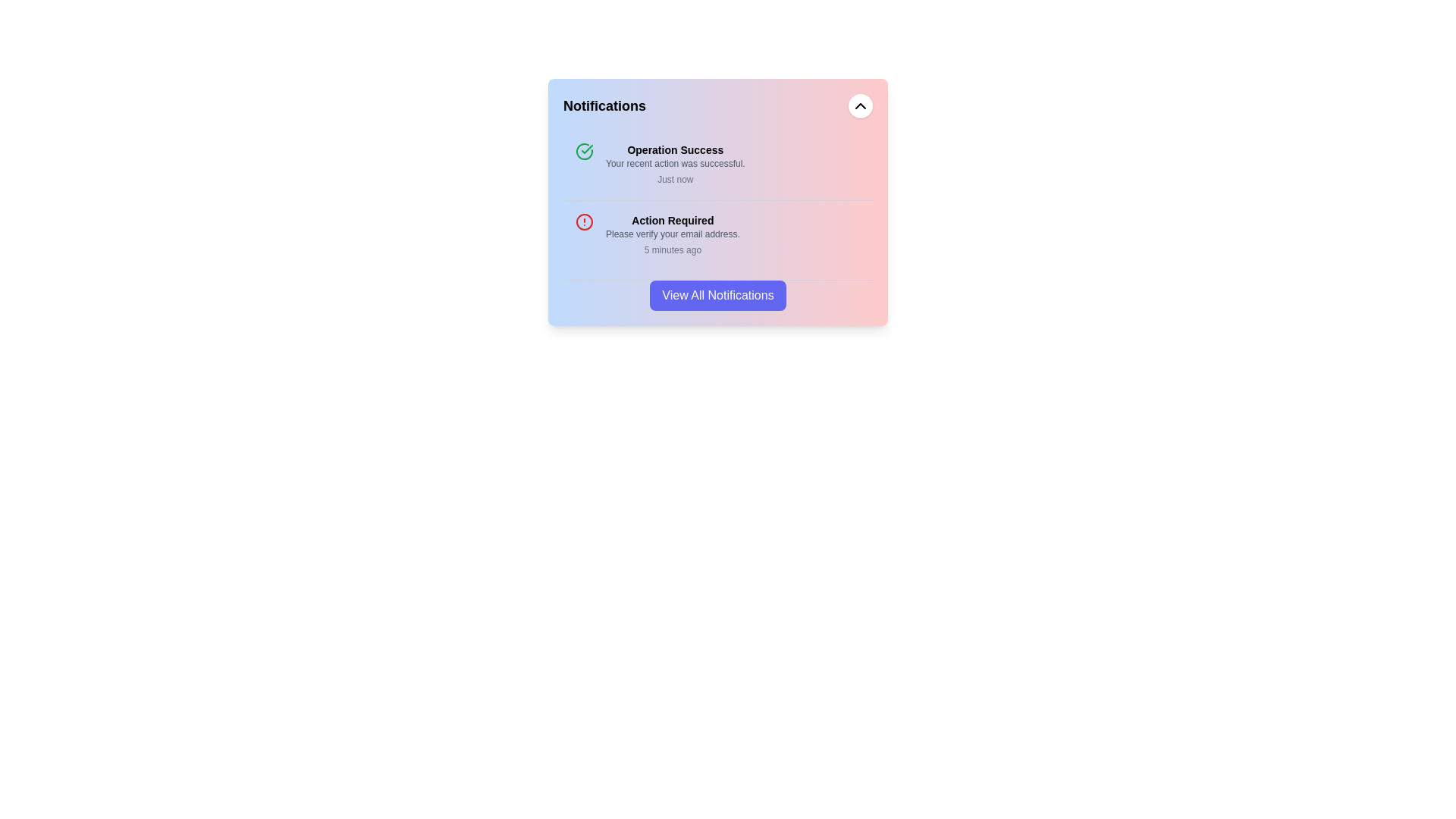 This screenshot has height=819, width=1456. Describe the element at coordinates (584, 222) in the screenshot. I see `the alert icon situated inside the notification panel under the heading 'Action Required'` at that location.